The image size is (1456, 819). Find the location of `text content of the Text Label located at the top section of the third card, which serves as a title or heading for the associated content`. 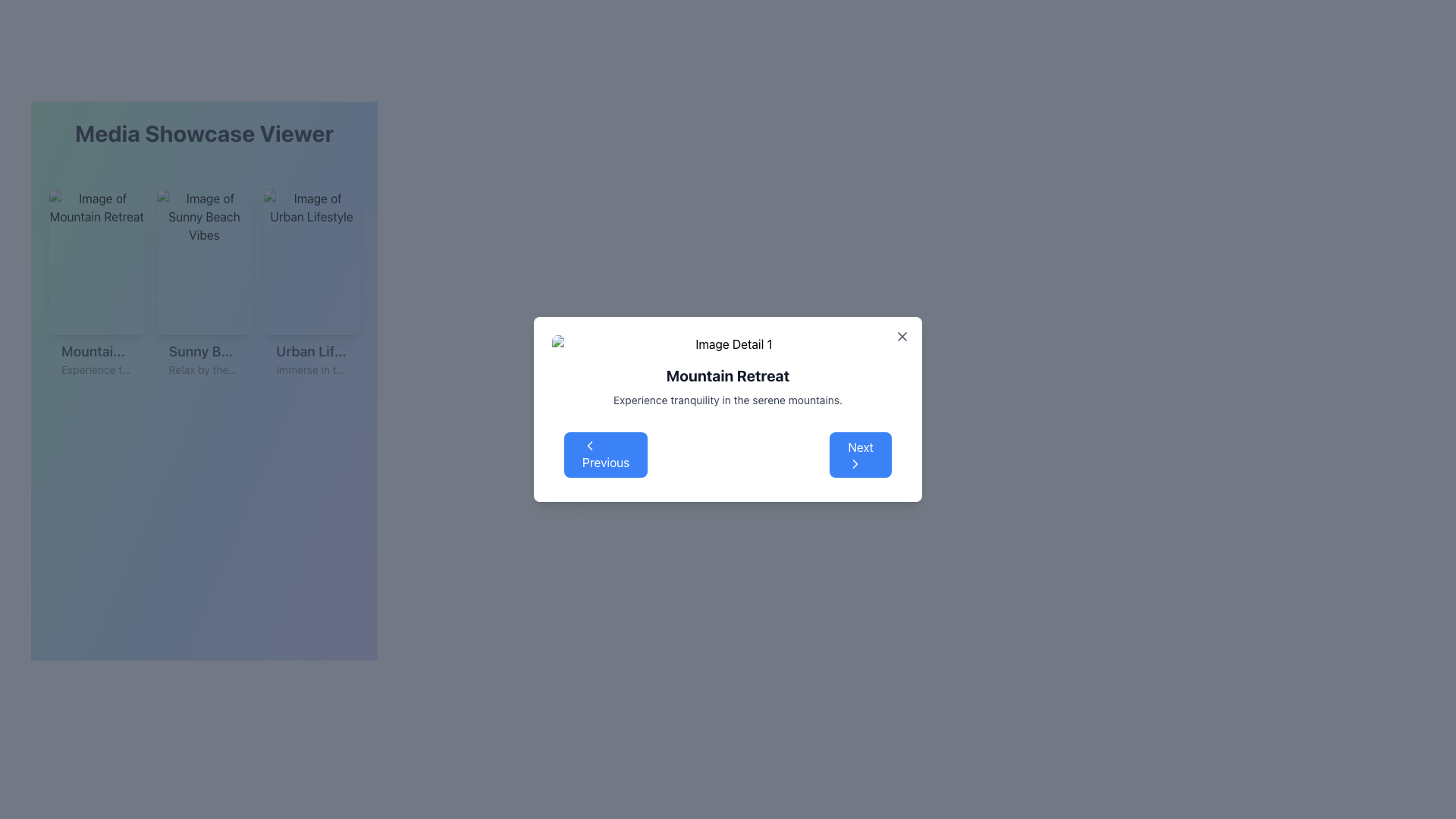

text content of the Text Label located at the top section of the third card, which serves as a title or heading for the associated content is located at coordinates (311, 351).